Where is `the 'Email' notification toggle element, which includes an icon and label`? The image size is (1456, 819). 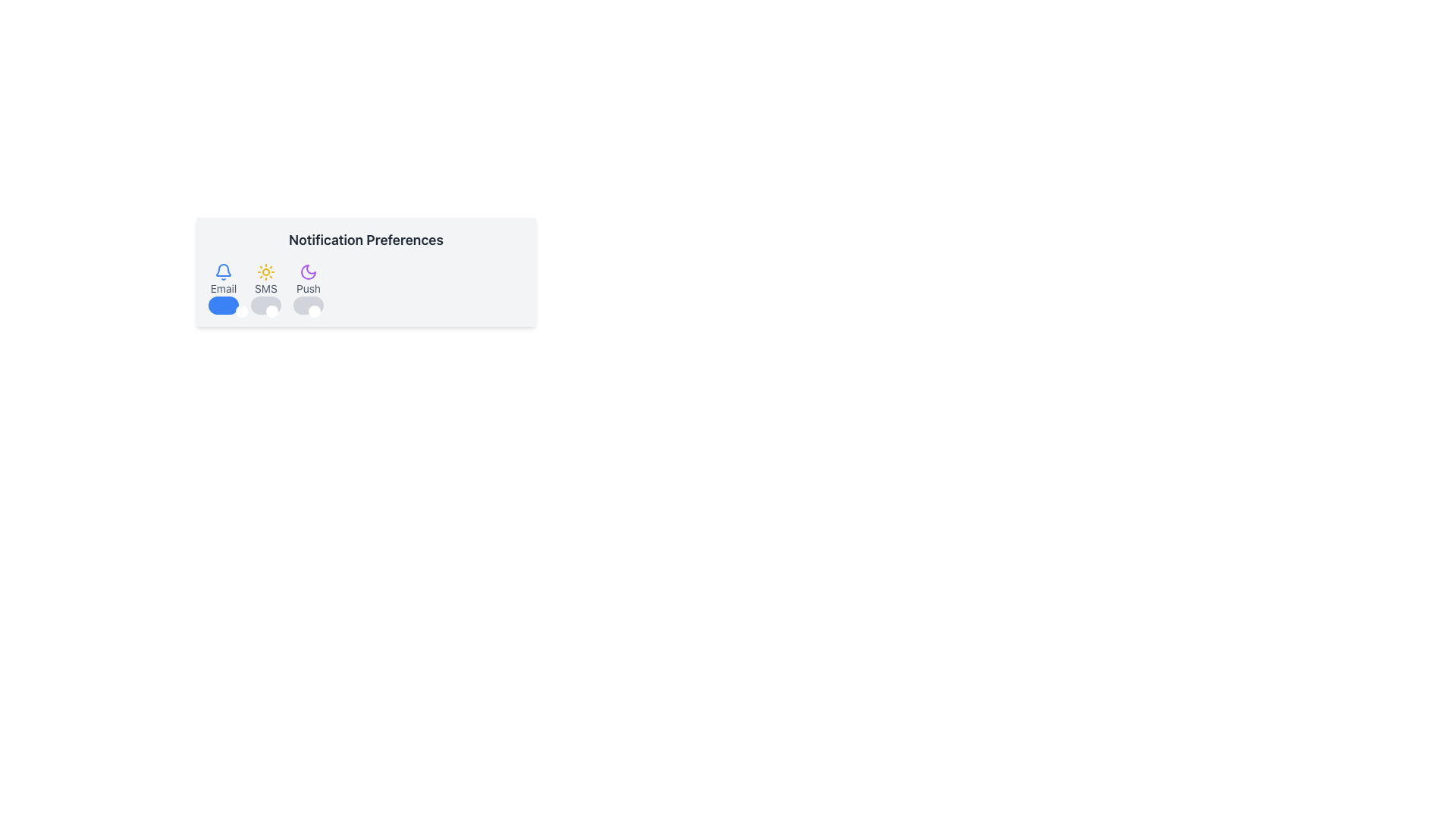 the 'Email' notification toggle element, which includes an icon and label is located at coordinates (222, 289).